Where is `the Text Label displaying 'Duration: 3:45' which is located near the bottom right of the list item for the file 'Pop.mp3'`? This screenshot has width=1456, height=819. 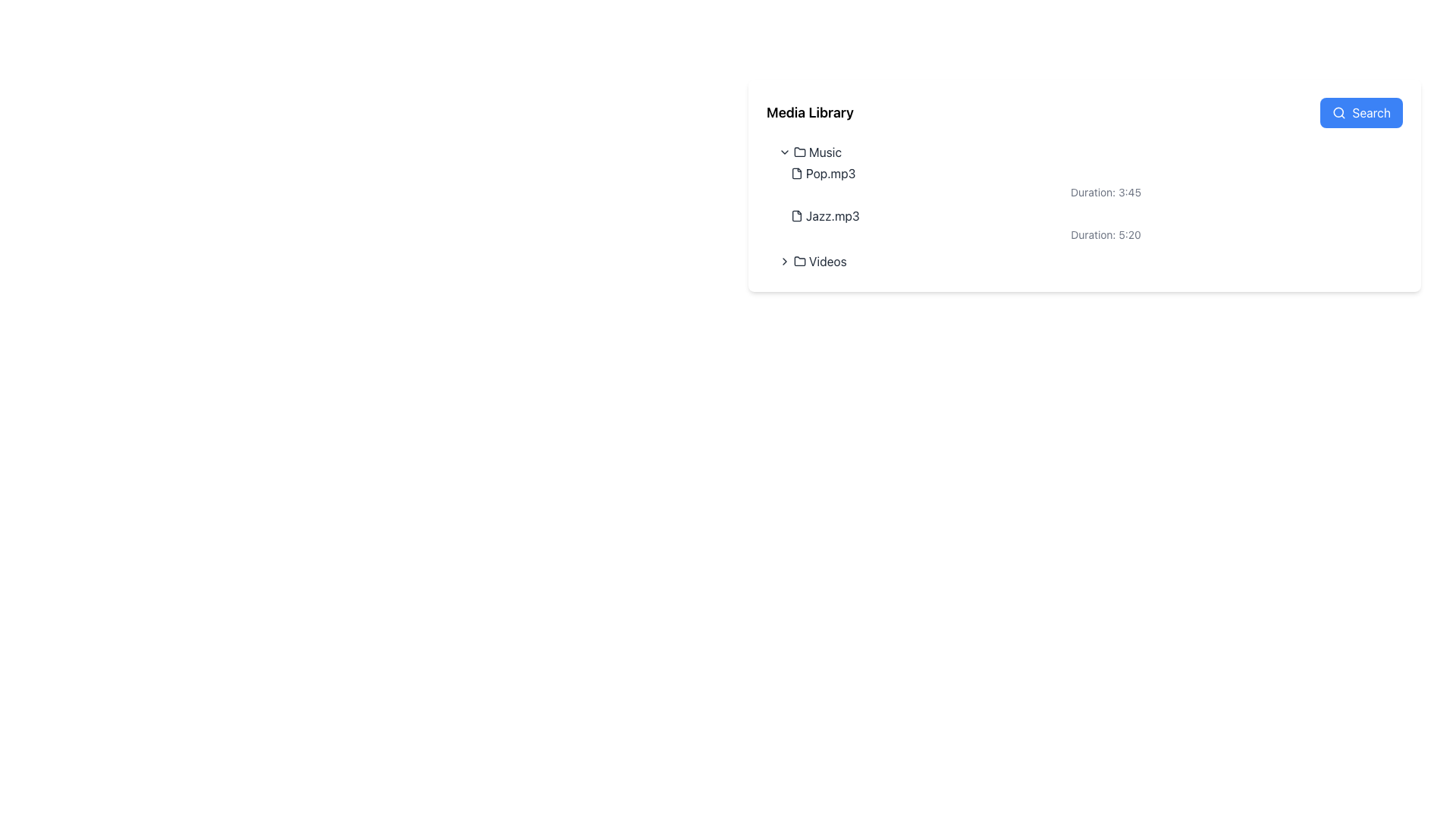
the Text Label displaying 'Duration: 3:45' which is located near the bottom right of the list item for the file 'Pop.mp3' is located at coordinates (1097, 191).